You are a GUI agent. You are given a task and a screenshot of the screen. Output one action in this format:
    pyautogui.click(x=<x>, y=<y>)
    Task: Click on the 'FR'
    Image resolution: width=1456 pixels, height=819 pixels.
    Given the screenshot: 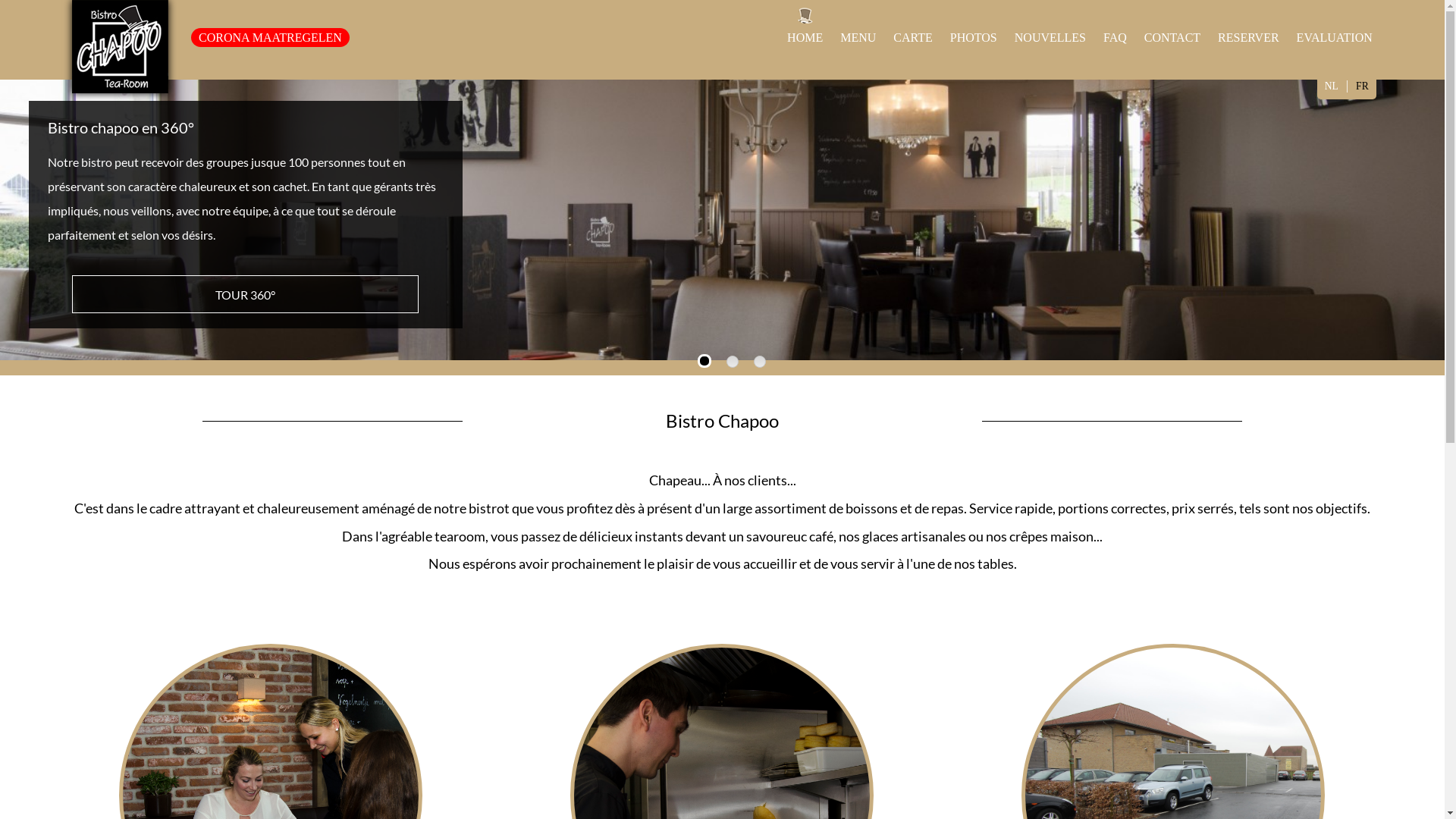 What is the action you would take?
    pyautogui.click(x=1362, y=86)
    